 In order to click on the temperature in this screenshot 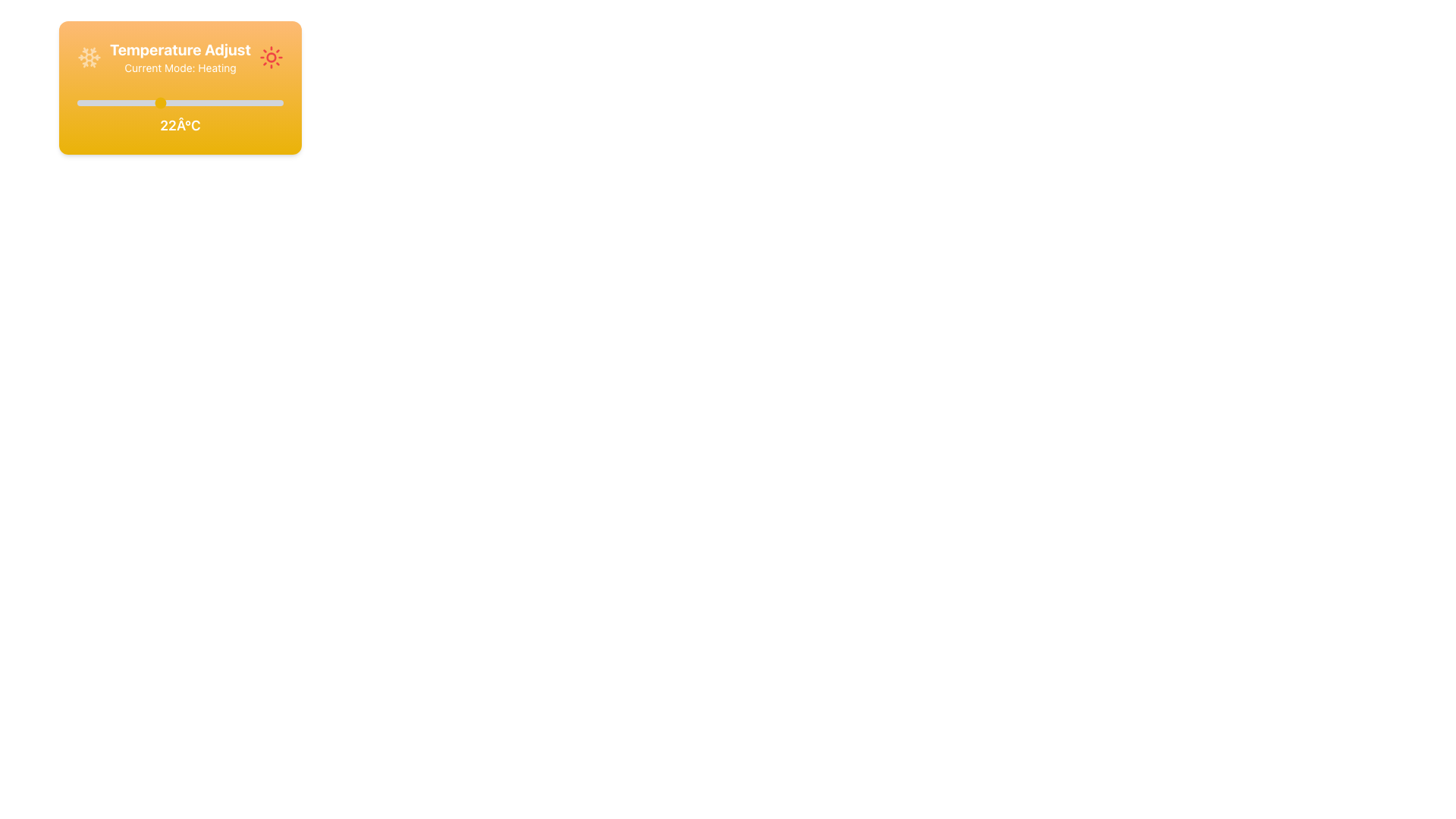, I will do `click(180, 102)`.